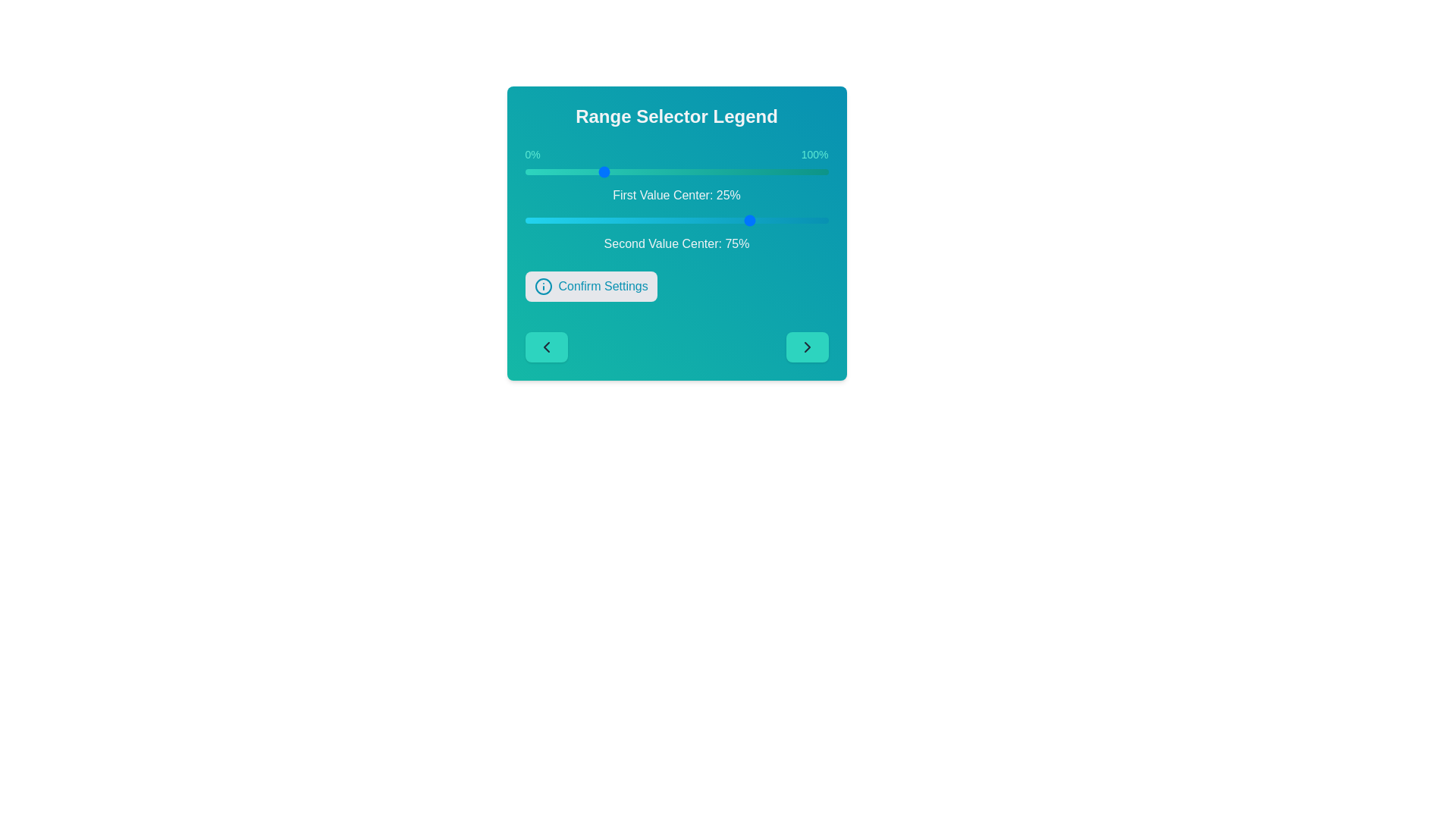  Describe the element at coordinates (640, 220) in the screenshot. I see `the slider value` at that location.